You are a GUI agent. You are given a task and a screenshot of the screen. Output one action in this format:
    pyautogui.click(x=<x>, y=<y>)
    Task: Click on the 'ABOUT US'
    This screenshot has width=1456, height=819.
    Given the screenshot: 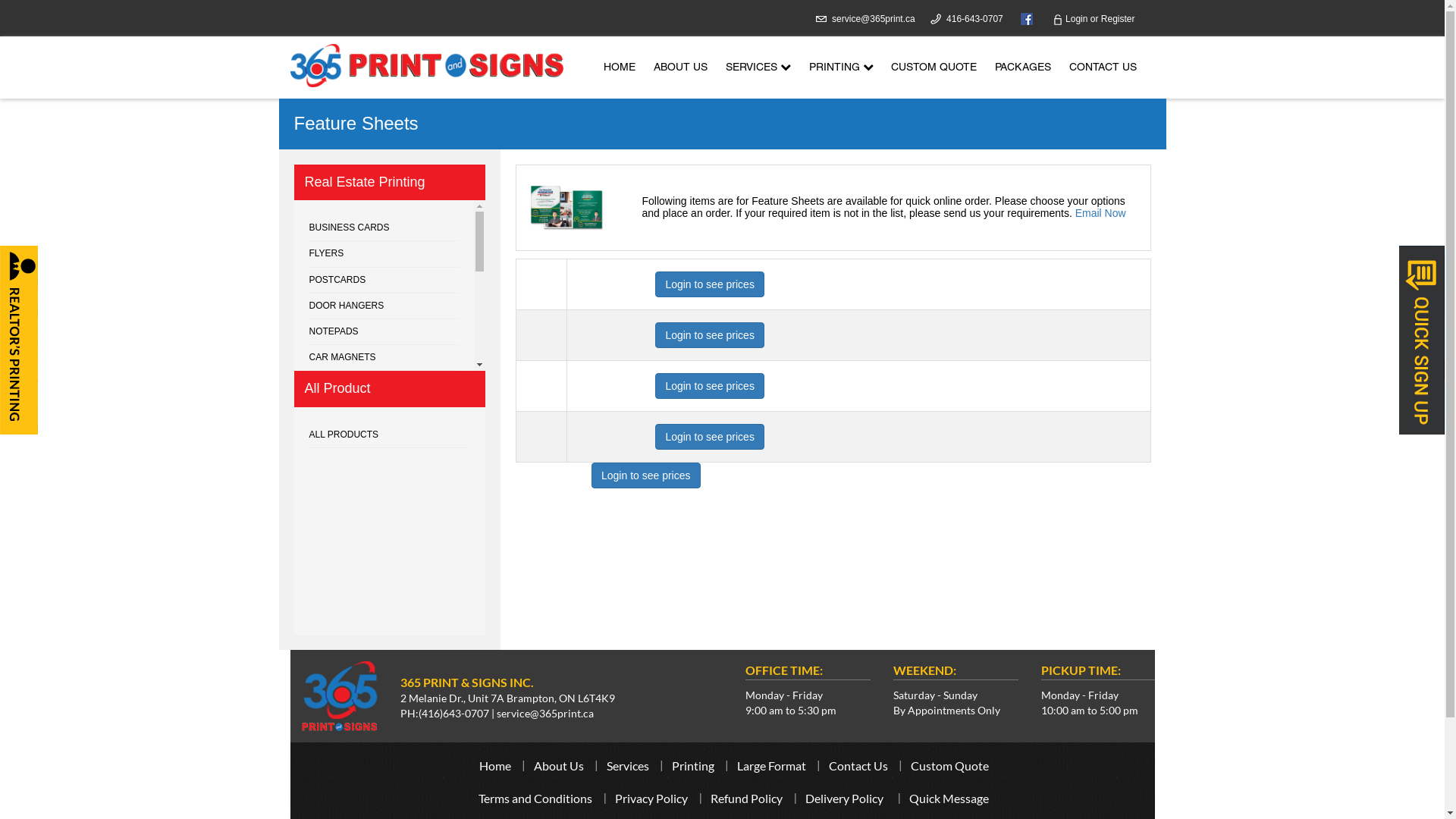 What is the action you would take?
    pyautogui.click(x=679, y=67)
    